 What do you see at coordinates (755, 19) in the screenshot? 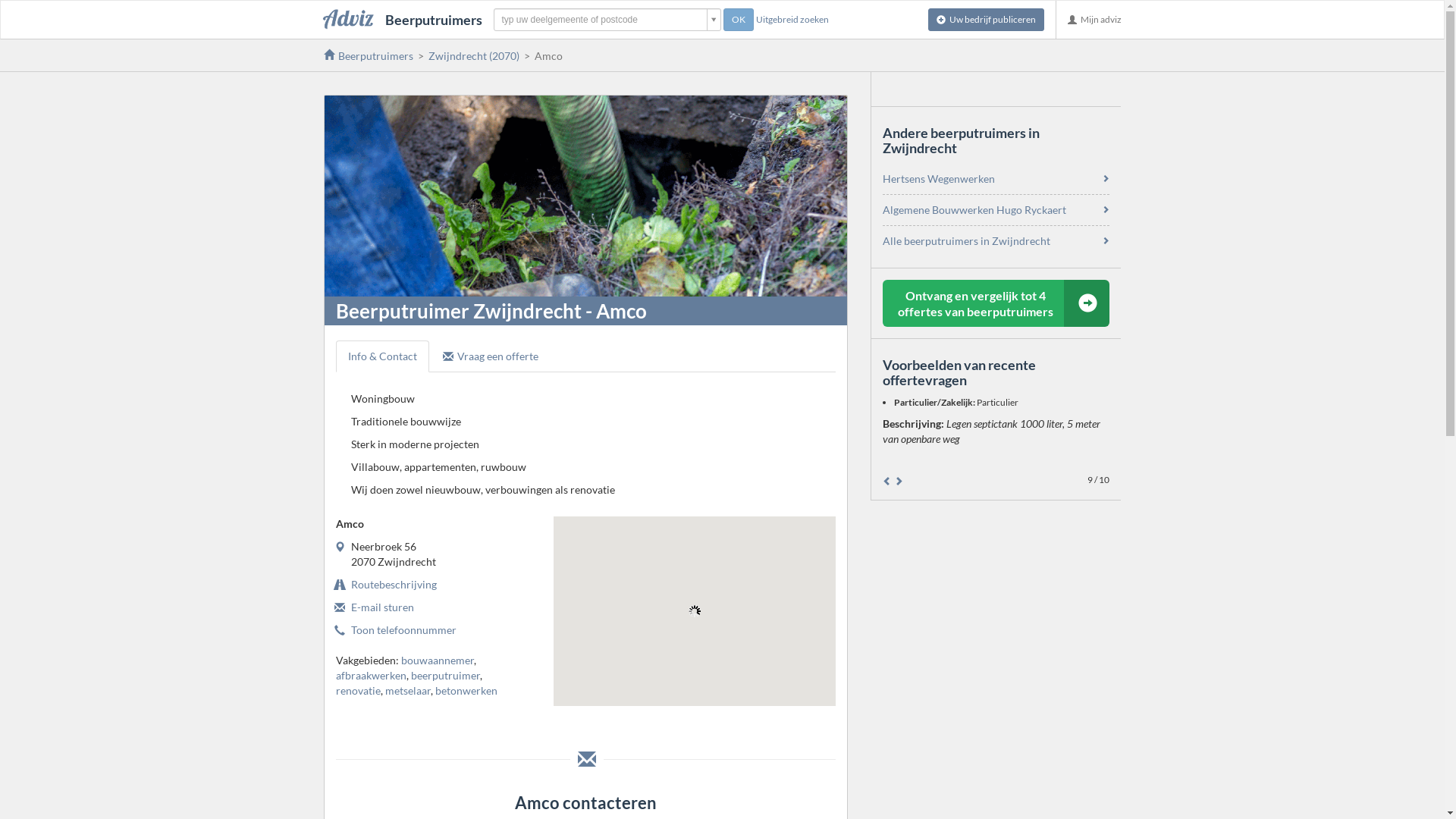
I see `'Uitgebreid zoeken'` at bounding box center [755, 19].